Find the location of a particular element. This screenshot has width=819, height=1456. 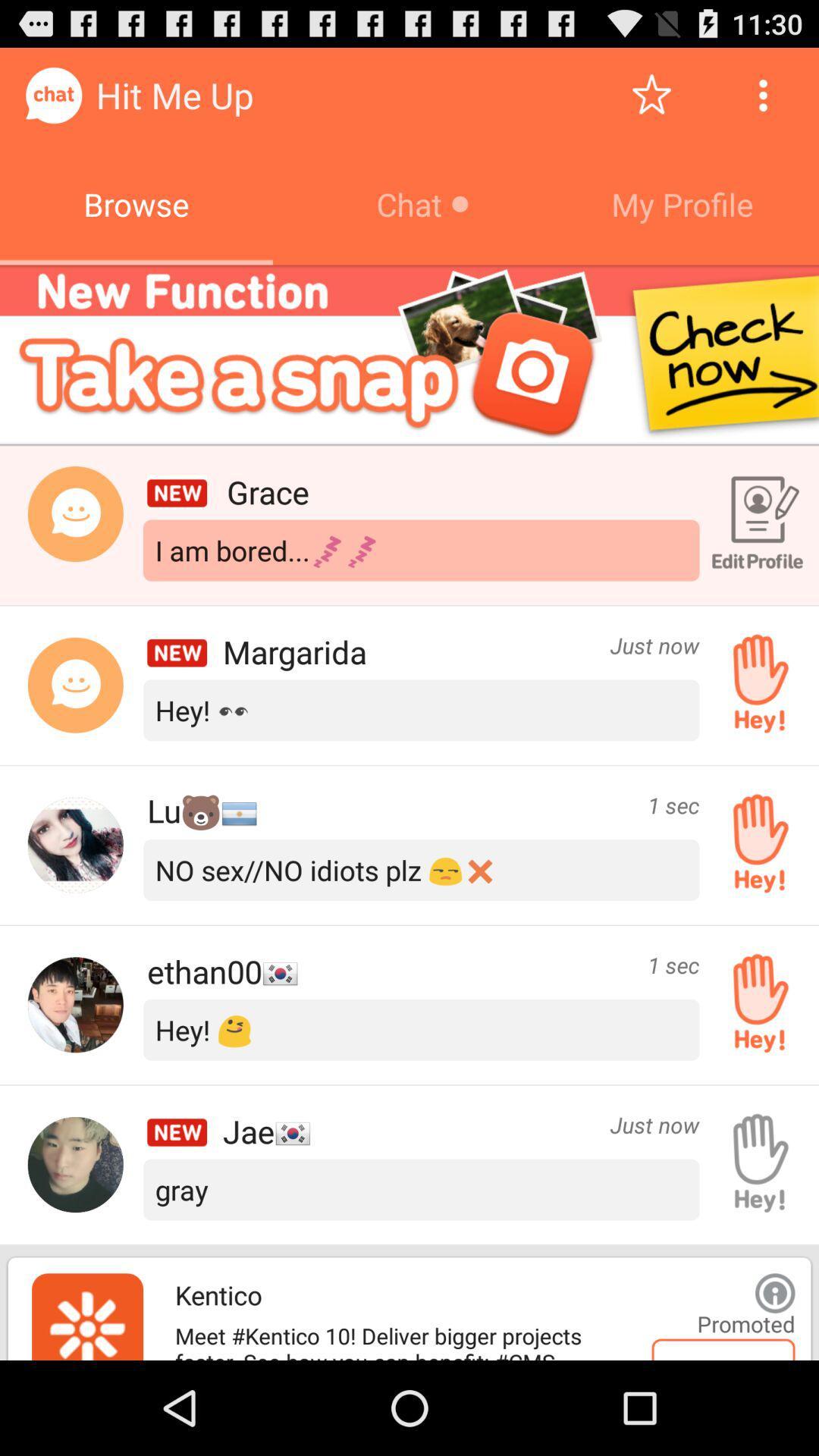

promoted app logo is located at coordinates (87, 1316).